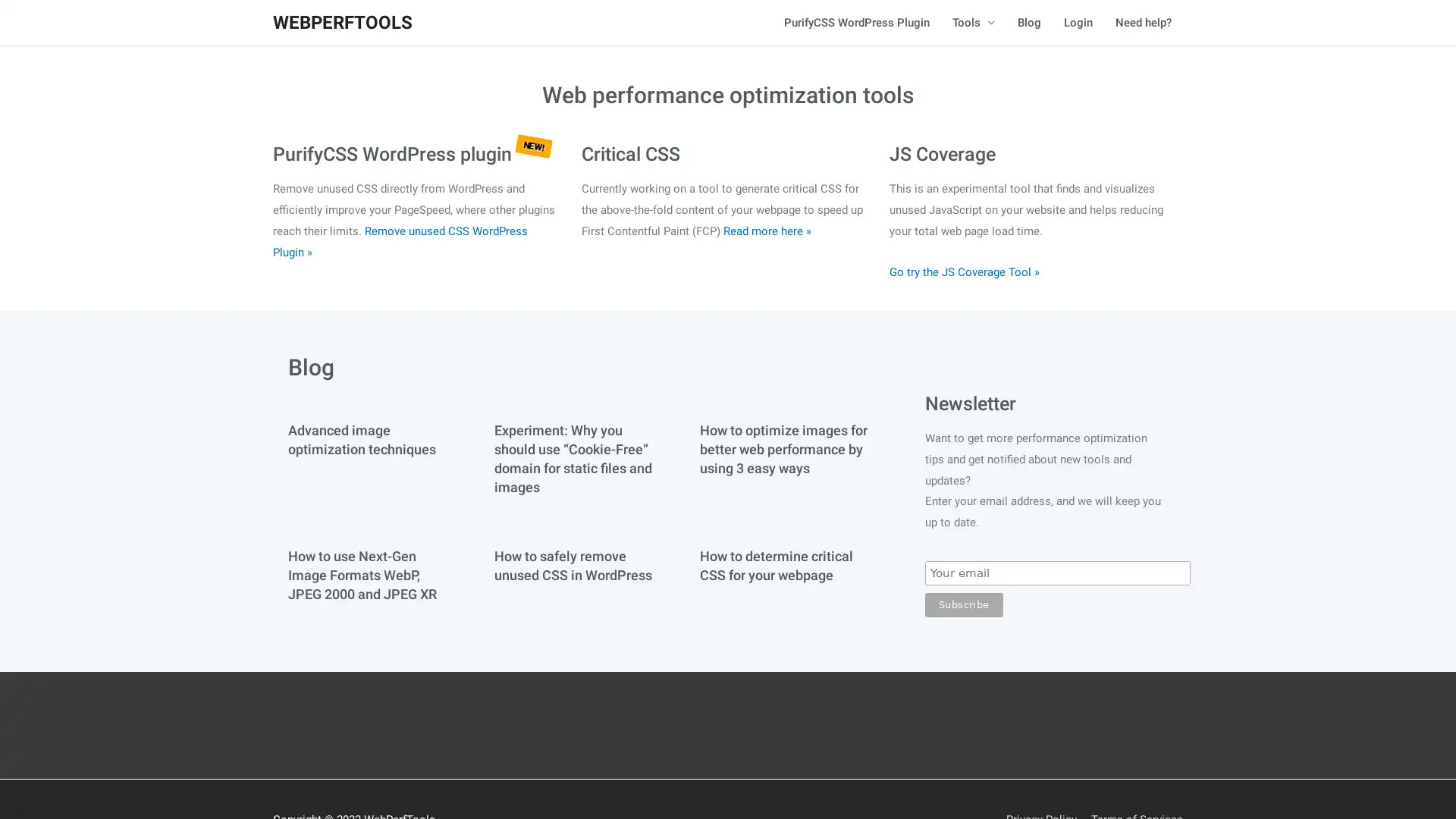 The height and width of the screenshot is (819, 1456). Describe the element at coordinates (963, 604) in the screenshot. I see `Subscribe` at that location.